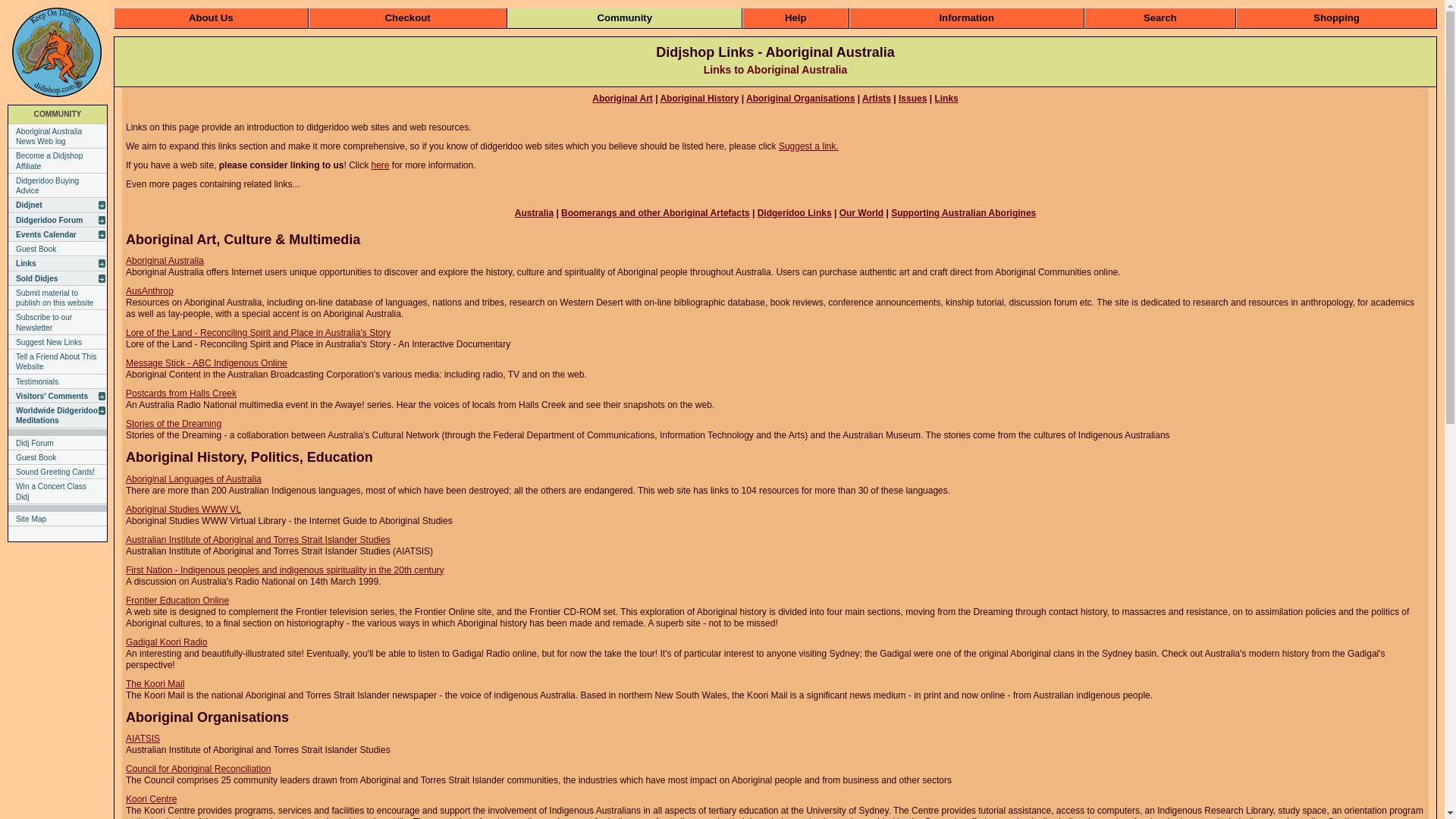 Image resolution: width=1456 pixels, height=819 pixels. Describe the element at coordinates (8, 262) in the screenshot. I see `'Links'` at that location.